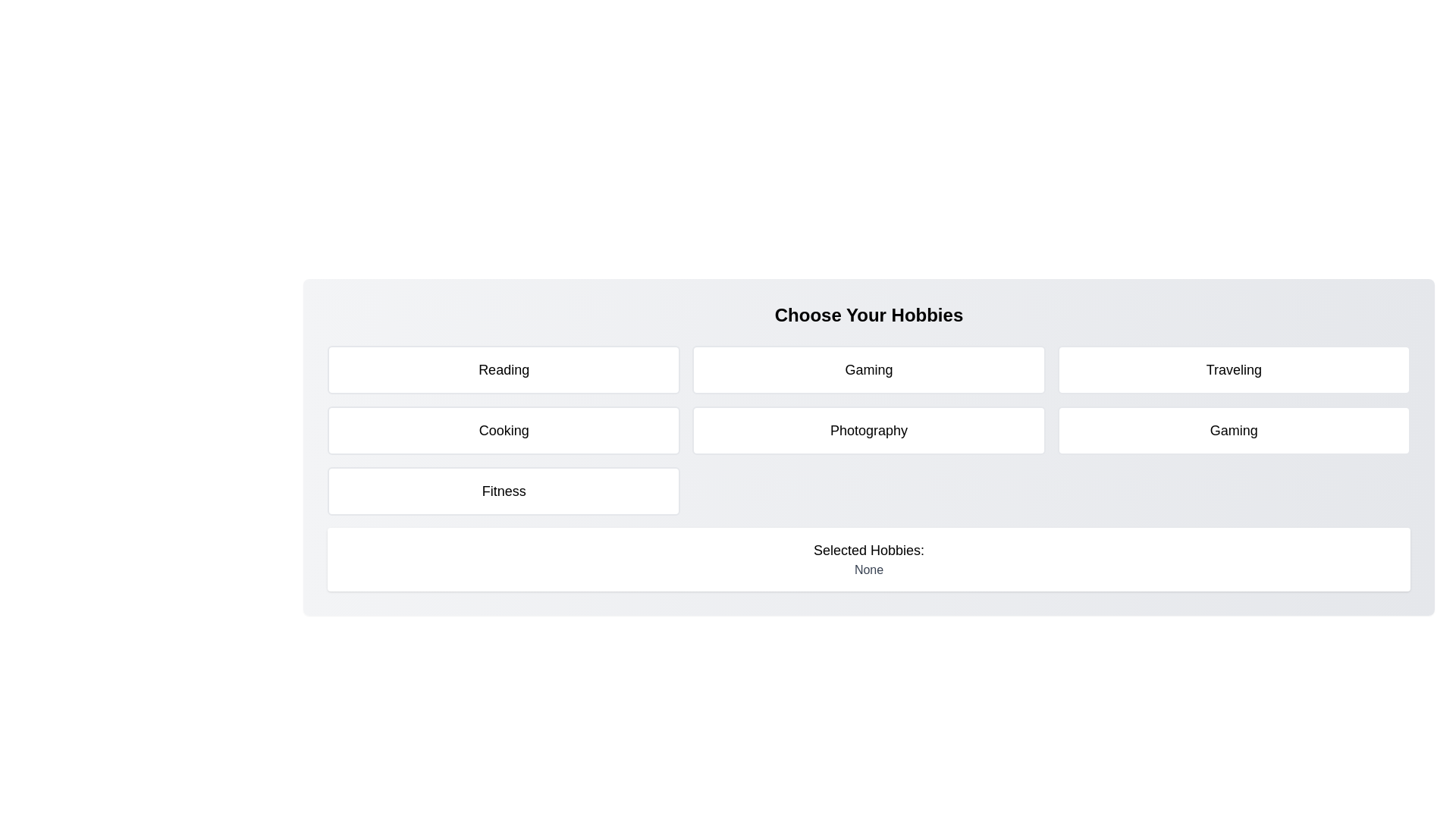 The height and width of the screenshot is (819, 1456). I want to click on the tile representing the hobby Photography to toggle its selection, so click(869, 430).